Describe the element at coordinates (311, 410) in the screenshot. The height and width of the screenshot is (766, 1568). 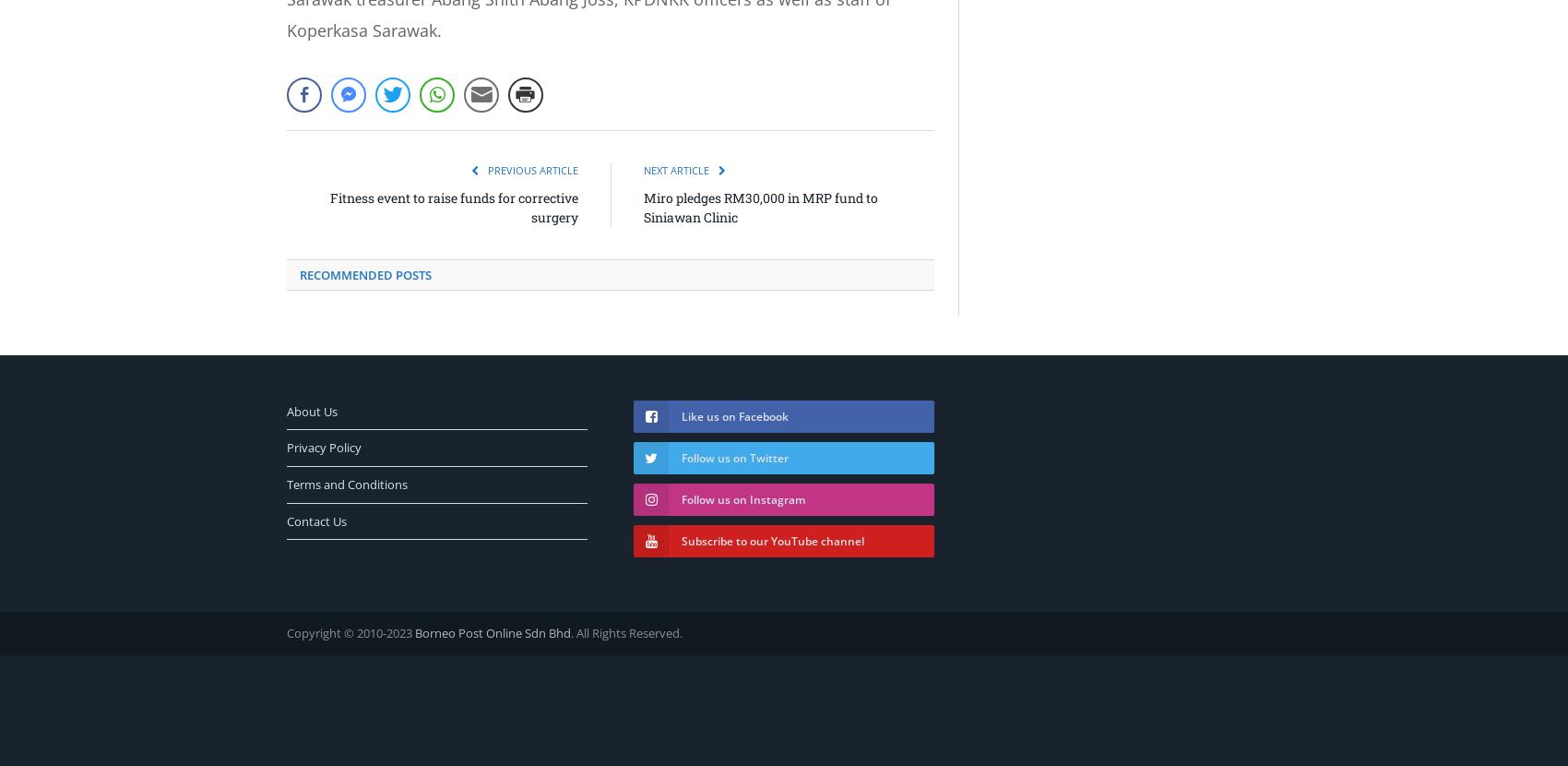
I see `'About Us'` at that location.